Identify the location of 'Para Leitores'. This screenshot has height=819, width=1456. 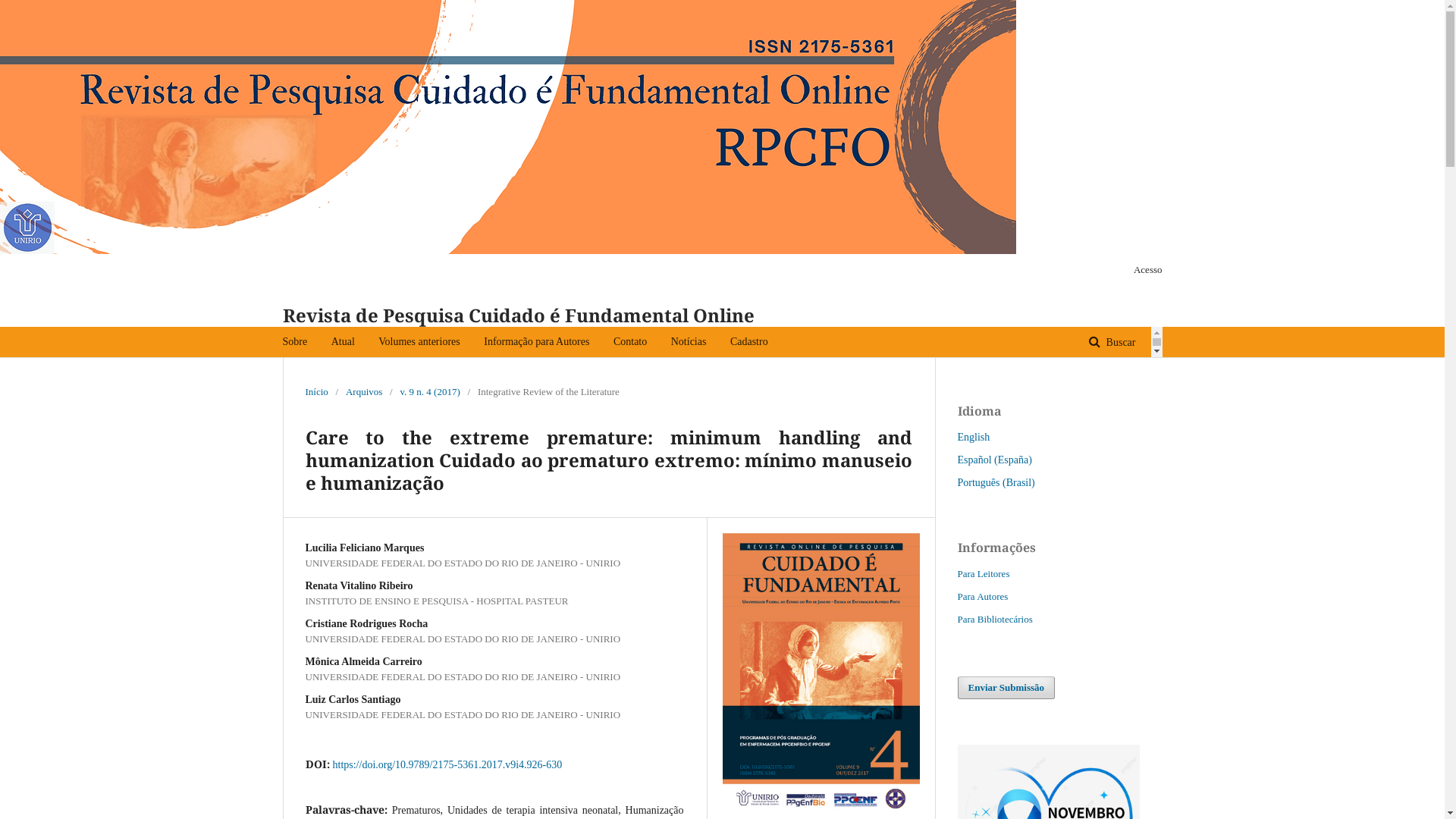
(983, 573).